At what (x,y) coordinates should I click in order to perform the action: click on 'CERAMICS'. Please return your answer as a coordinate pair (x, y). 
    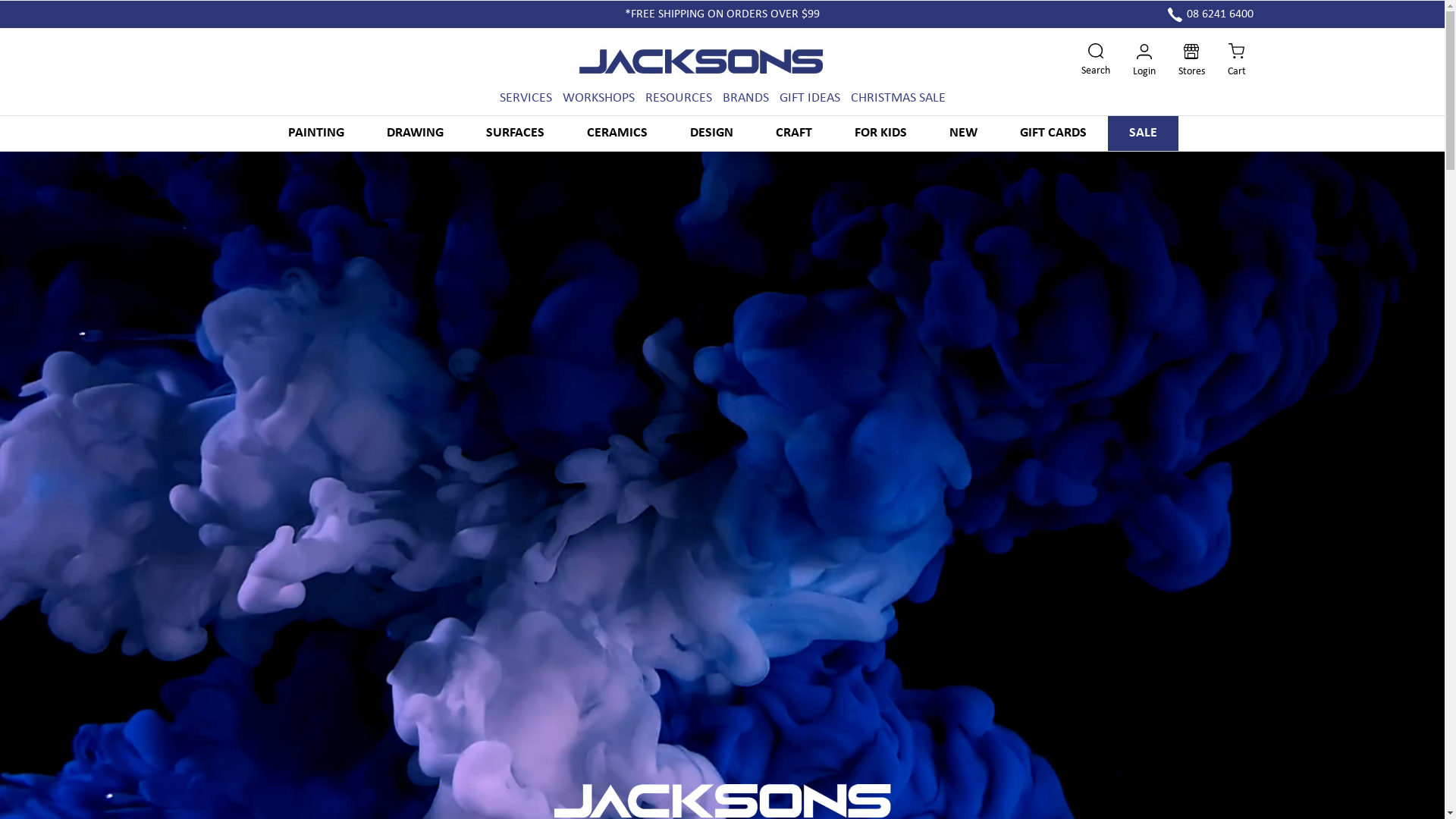
    Looking at the image, I should click on (617, 133).